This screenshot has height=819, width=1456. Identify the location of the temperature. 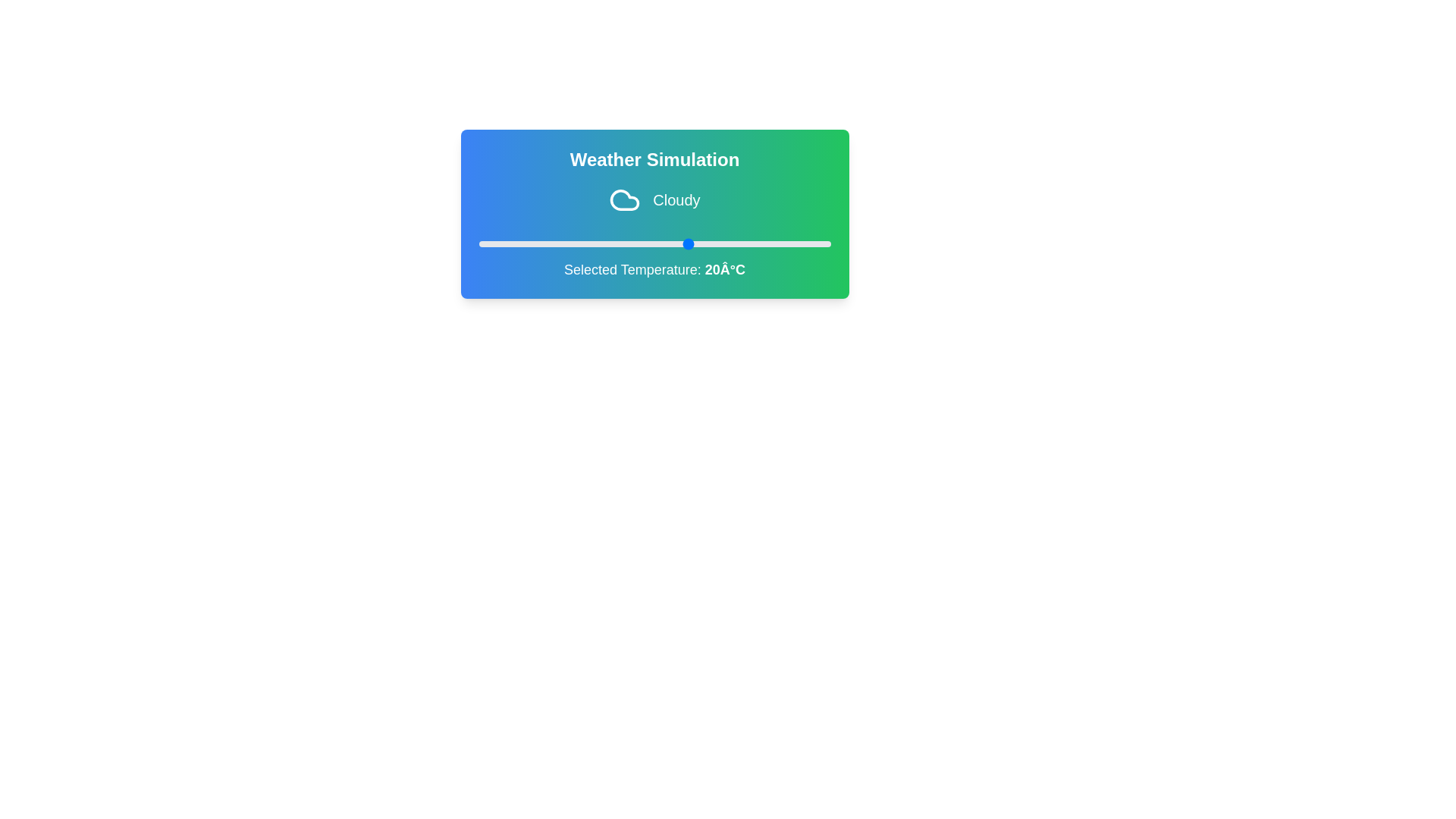
(513, 243).